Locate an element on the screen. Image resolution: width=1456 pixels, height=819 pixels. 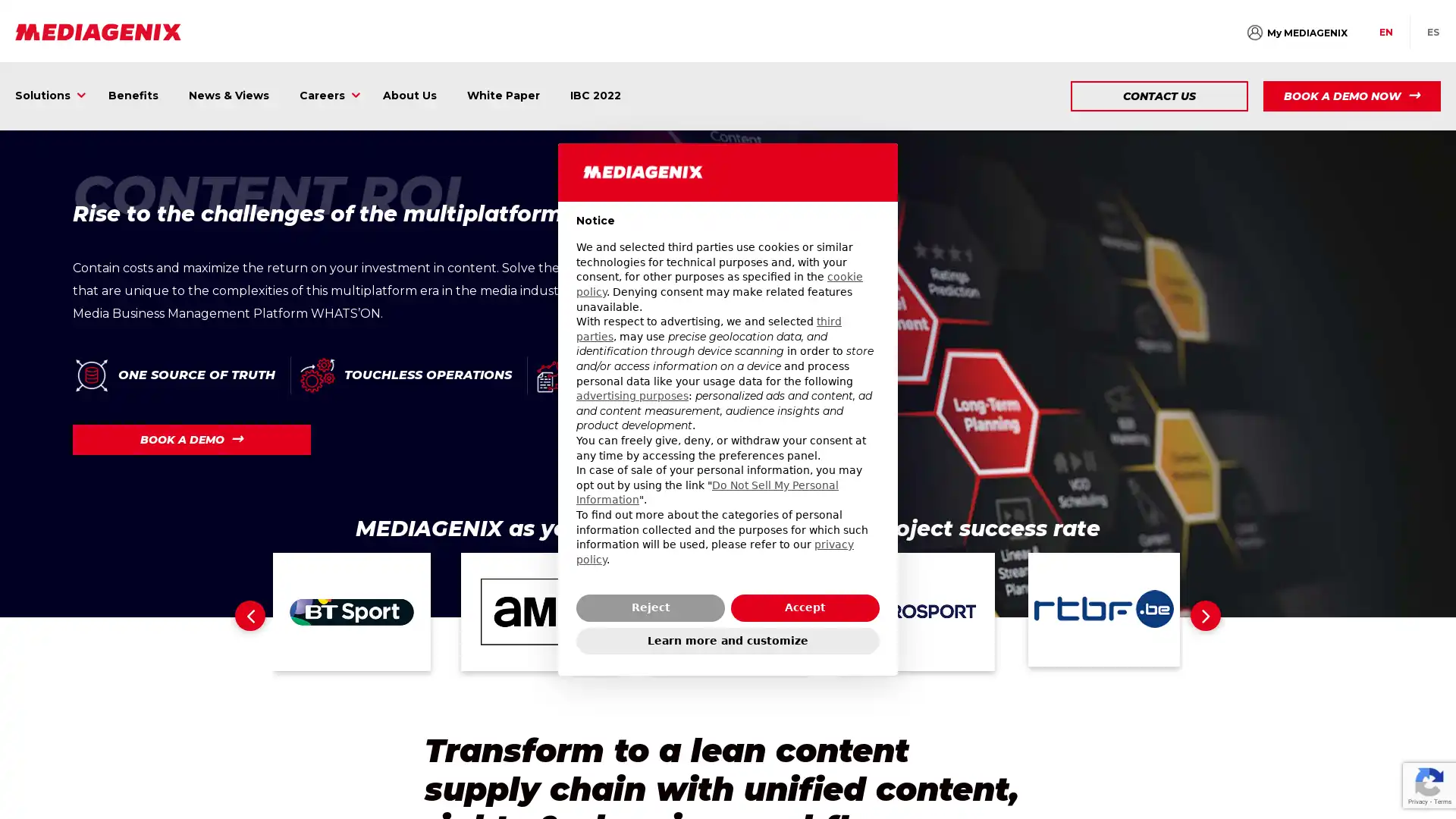
Learn more and customize is located at coordinates (728, 640).